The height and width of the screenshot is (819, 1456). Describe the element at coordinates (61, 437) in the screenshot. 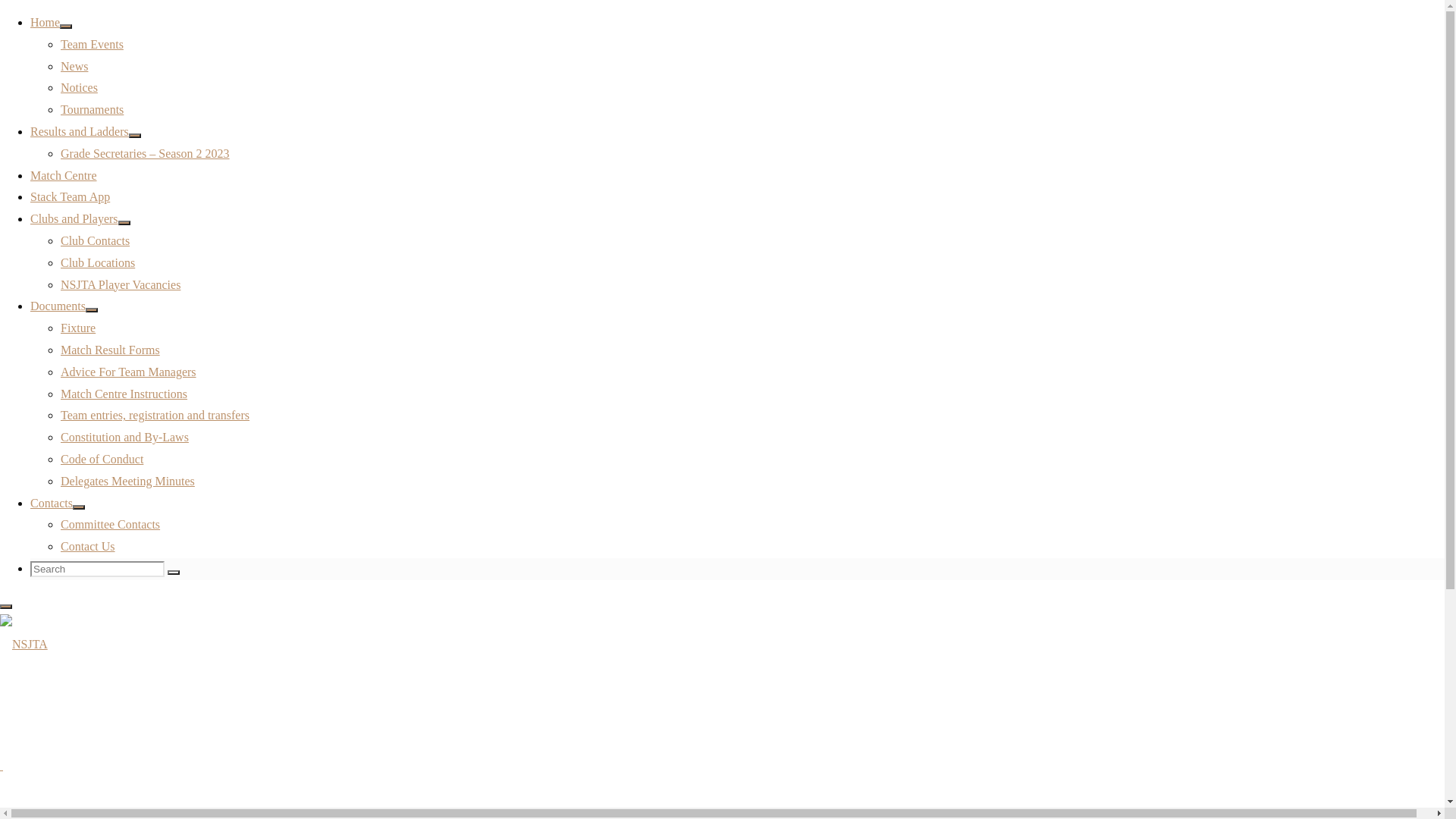

I see `'Constitution and By-Laws'` at that location.